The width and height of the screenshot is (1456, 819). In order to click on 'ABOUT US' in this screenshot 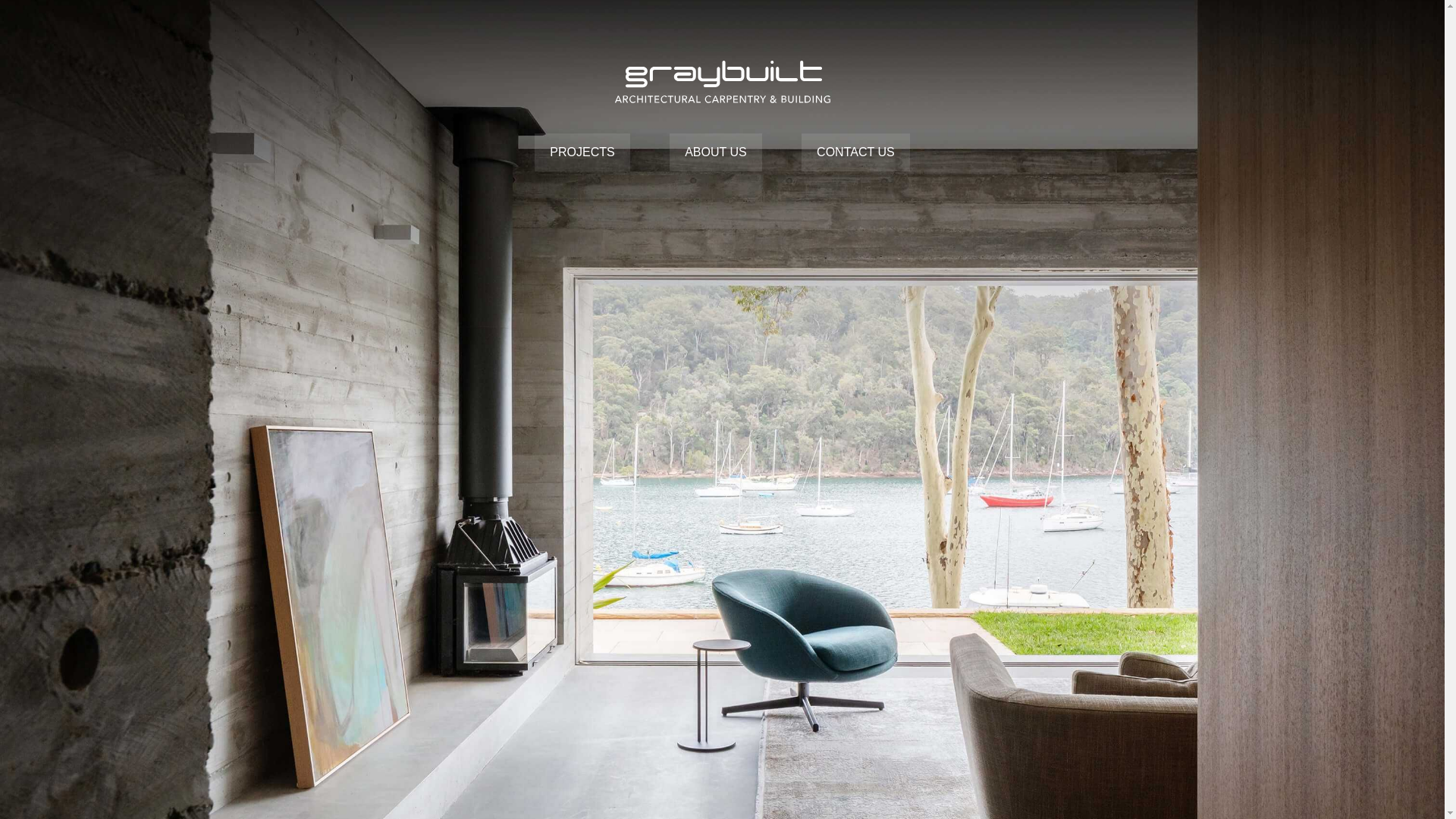, I will do `click(715, 152)`.